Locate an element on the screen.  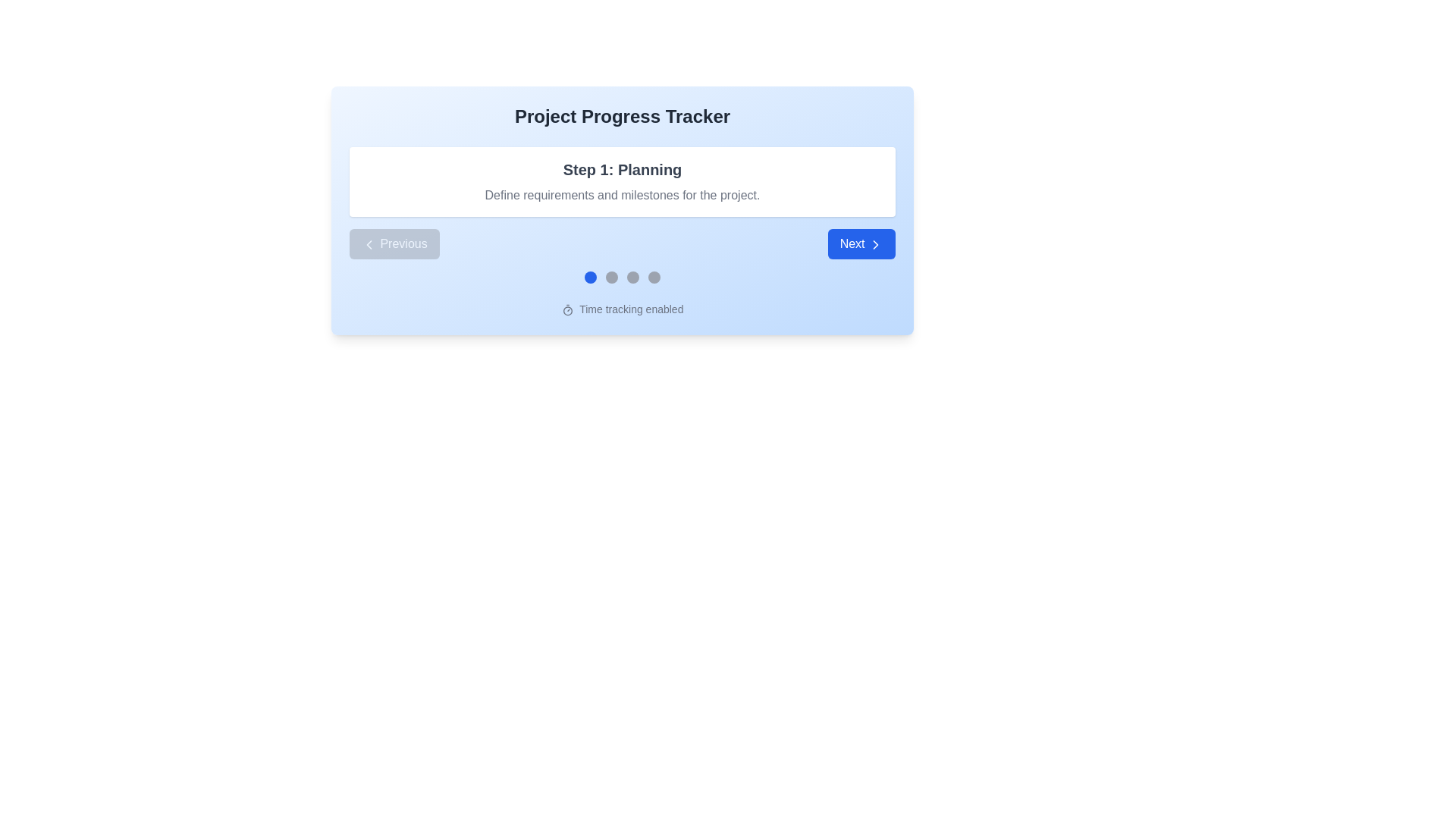
the blue 'Next' button with rounded corners that displays the text 'Next' in white to proceed is located at coordinates (861, 243).